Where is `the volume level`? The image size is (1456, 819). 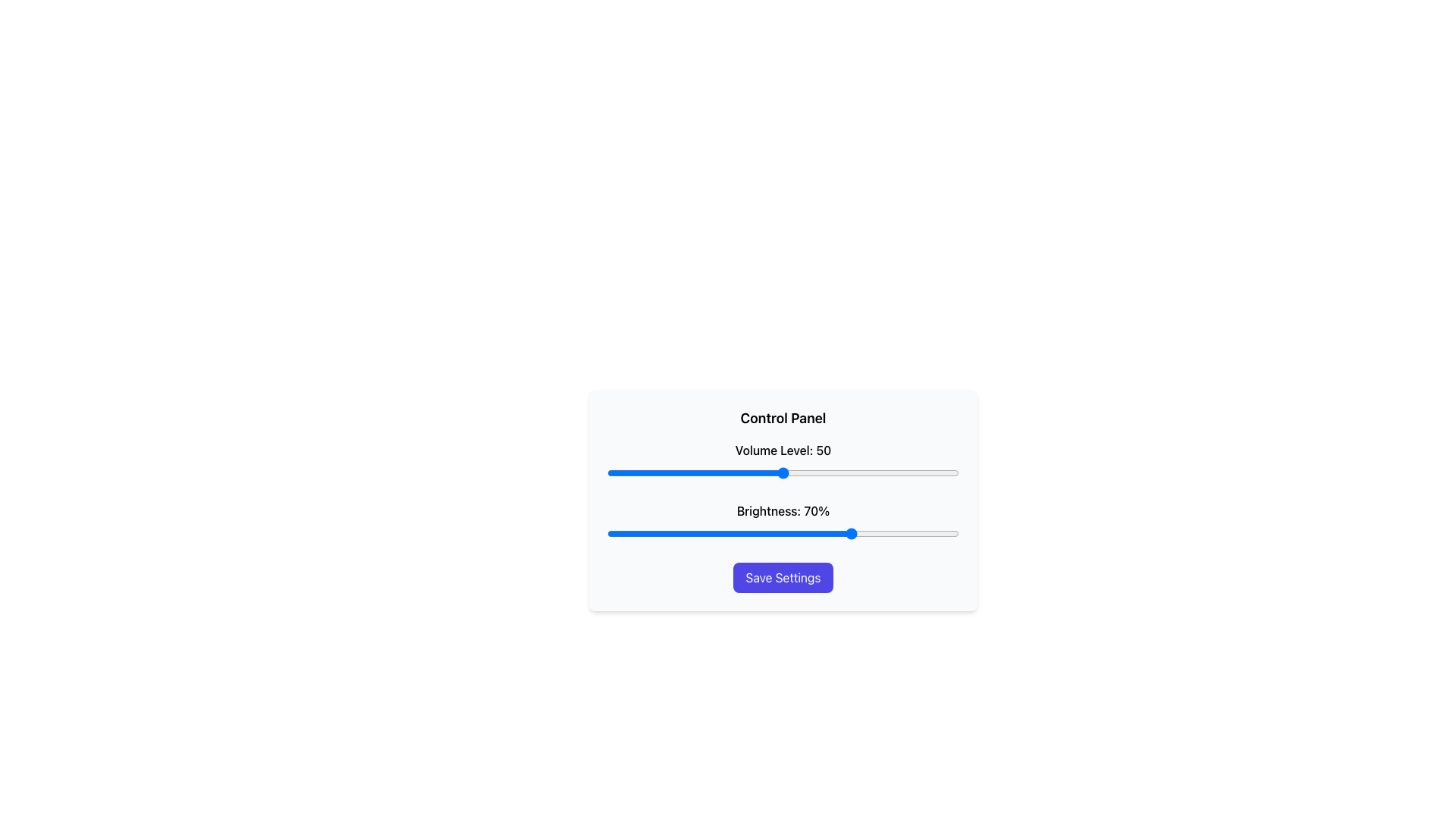
the volume level is located at coordinates (632, 472).